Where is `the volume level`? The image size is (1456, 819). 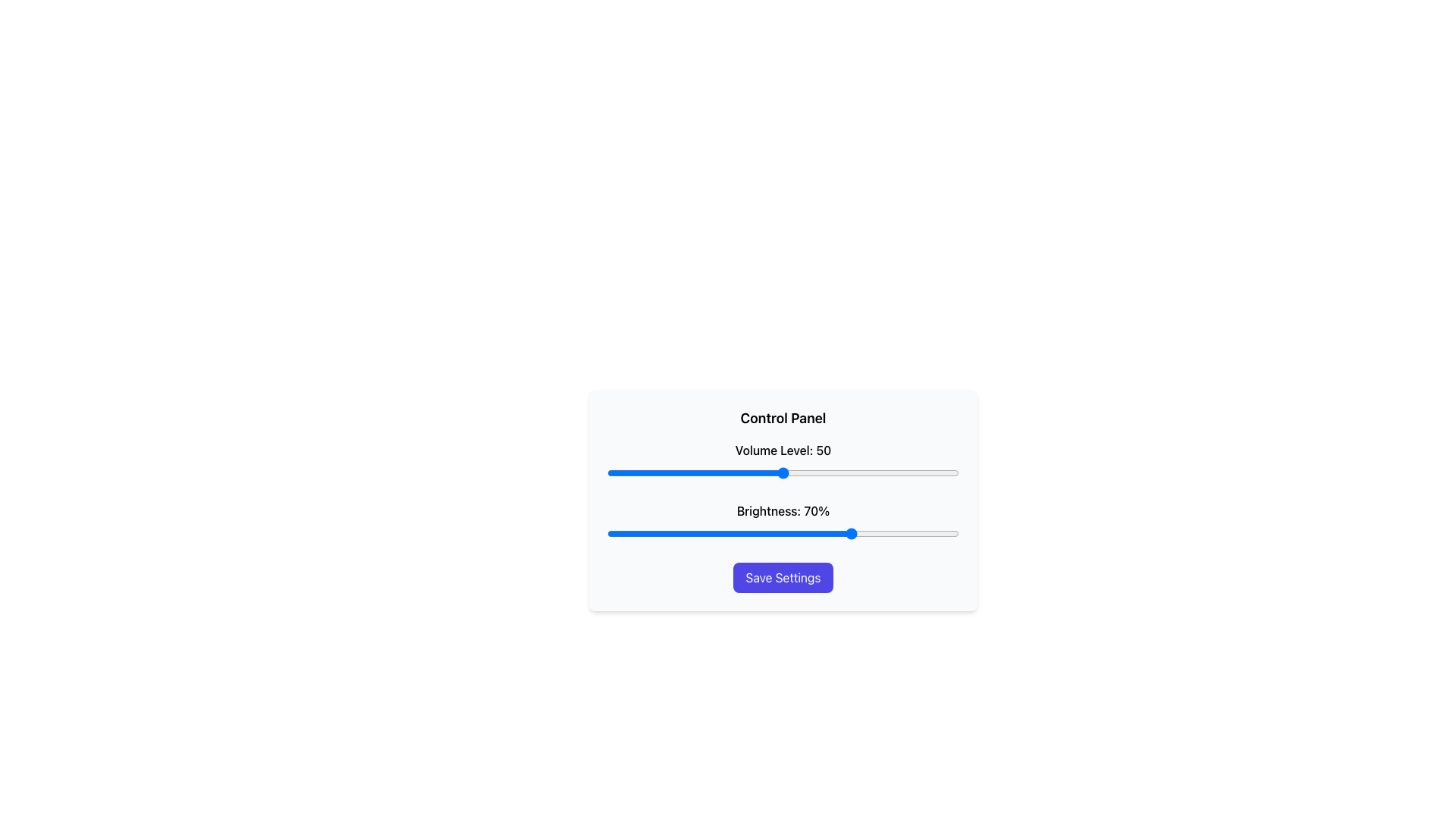
the volume level is located at coordinates (632, 472).